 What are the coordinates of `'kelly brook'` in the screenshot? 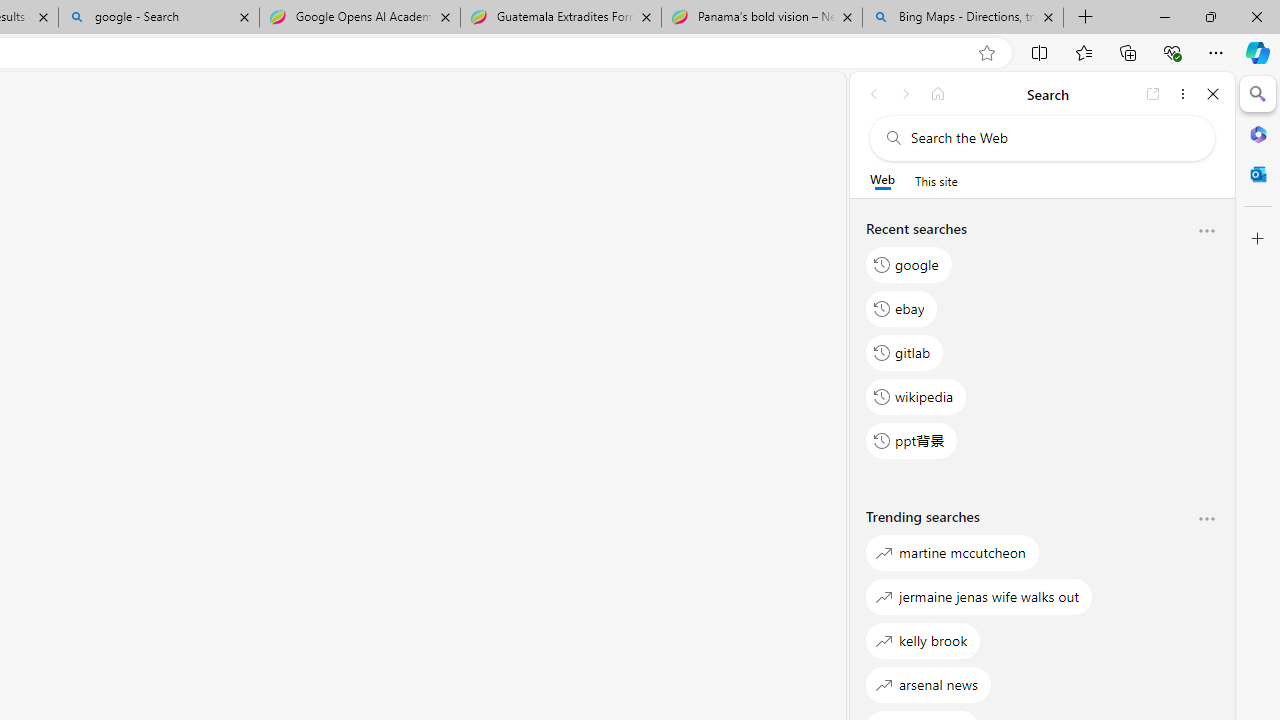 It's located at (922, 640).